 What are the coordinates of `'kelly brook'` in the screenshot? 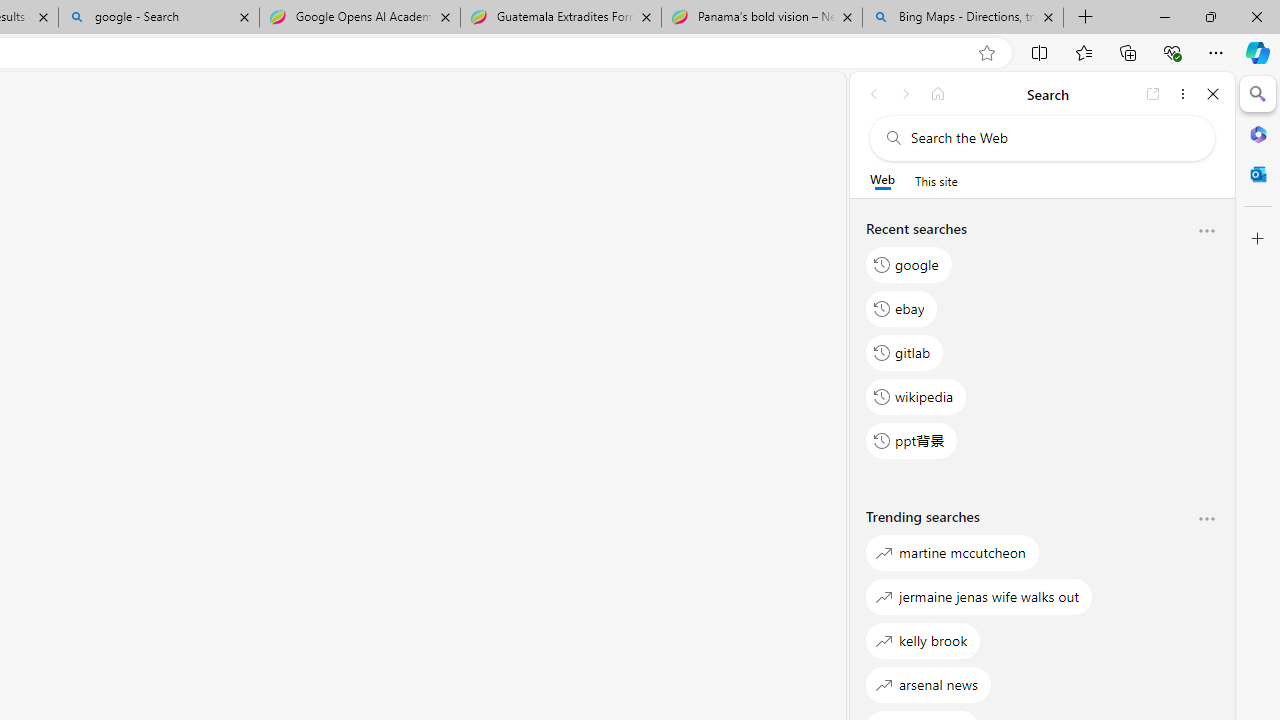 It's located at (922, 640).